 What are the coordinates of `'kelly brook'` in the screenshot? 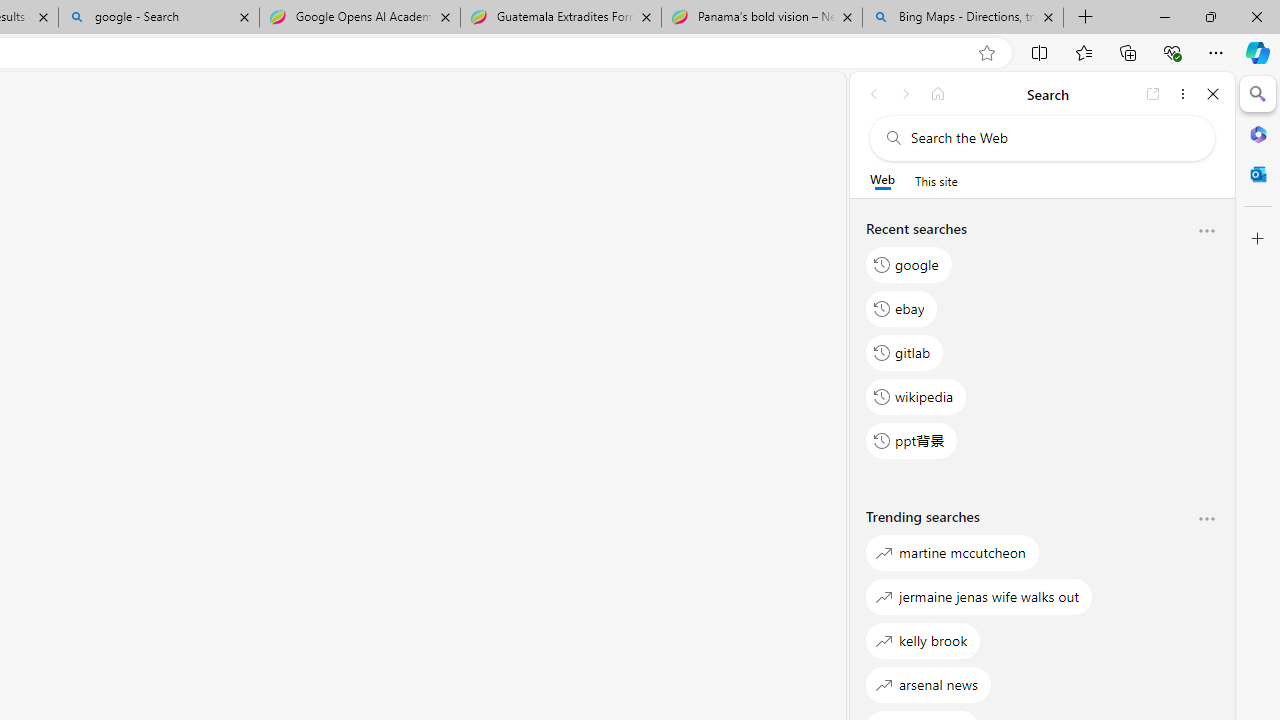 It's located at (922, 640).